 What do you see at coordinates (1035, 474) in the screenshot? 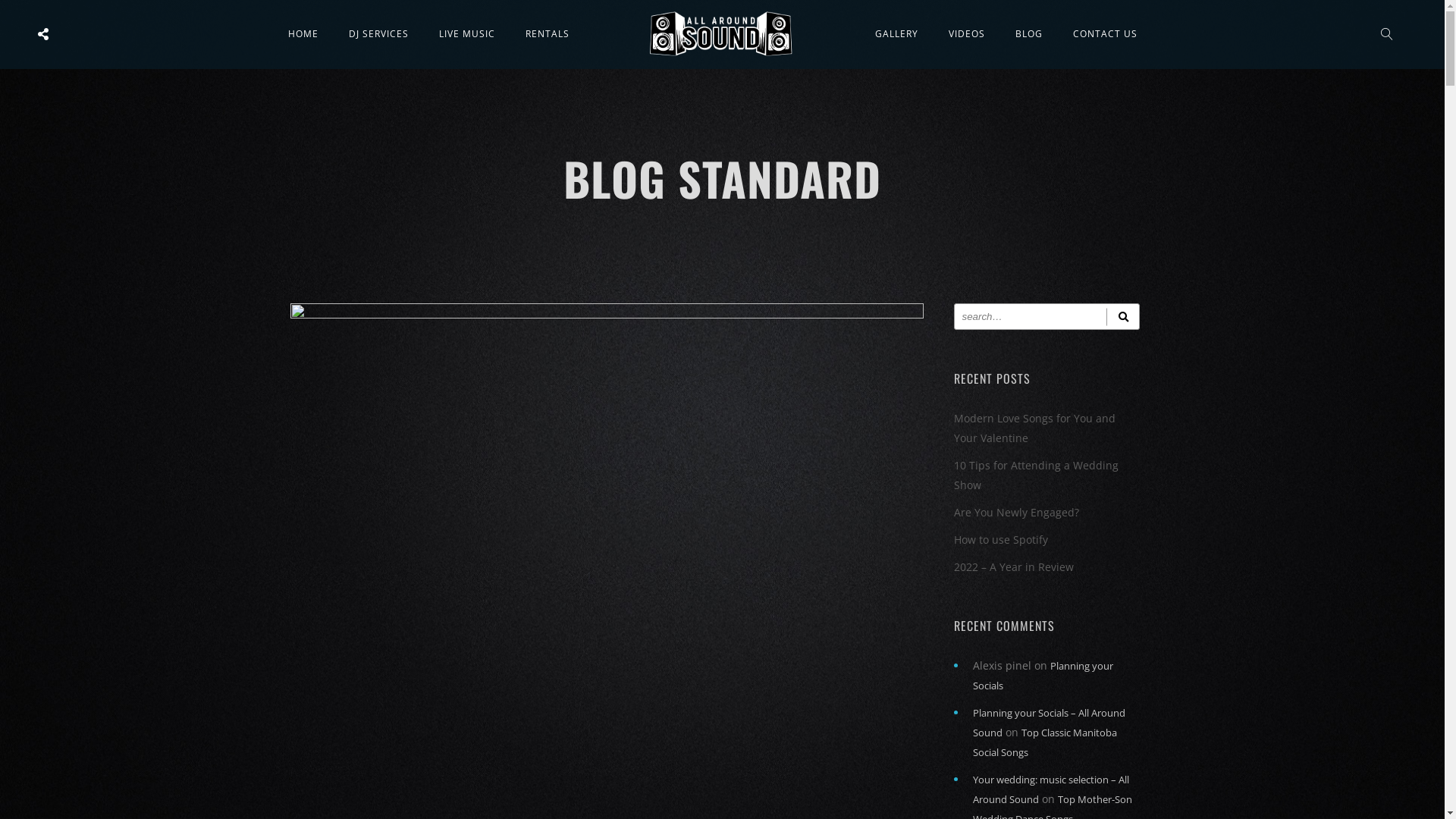
I see `'10 Tips for Attending a Wedding Show'` at bounding box center [1035, 474].